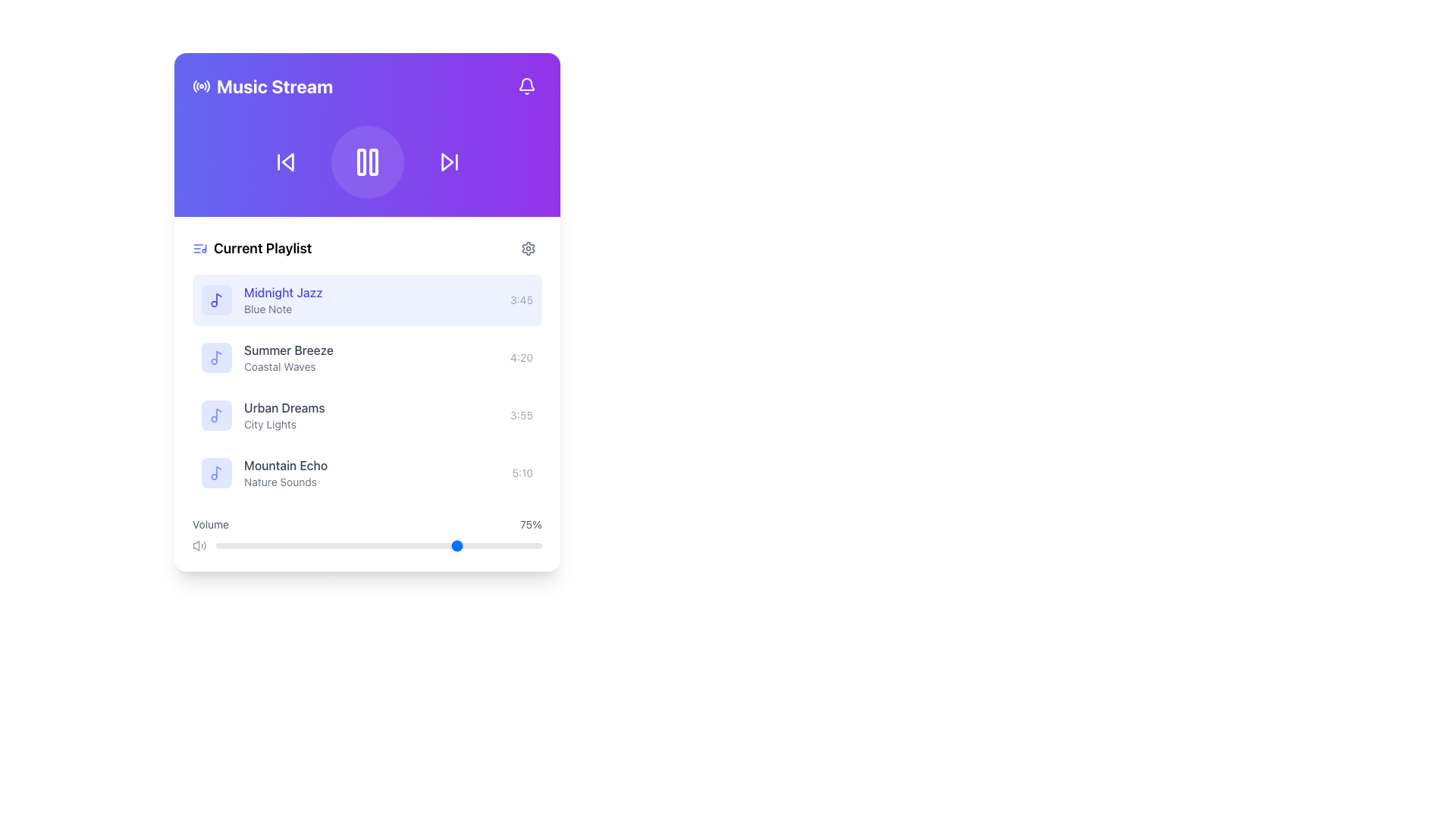  I want to click on the cog-shaped settings icon located in the top right corner of the 'Current Playlist' section, so click(528, 247).